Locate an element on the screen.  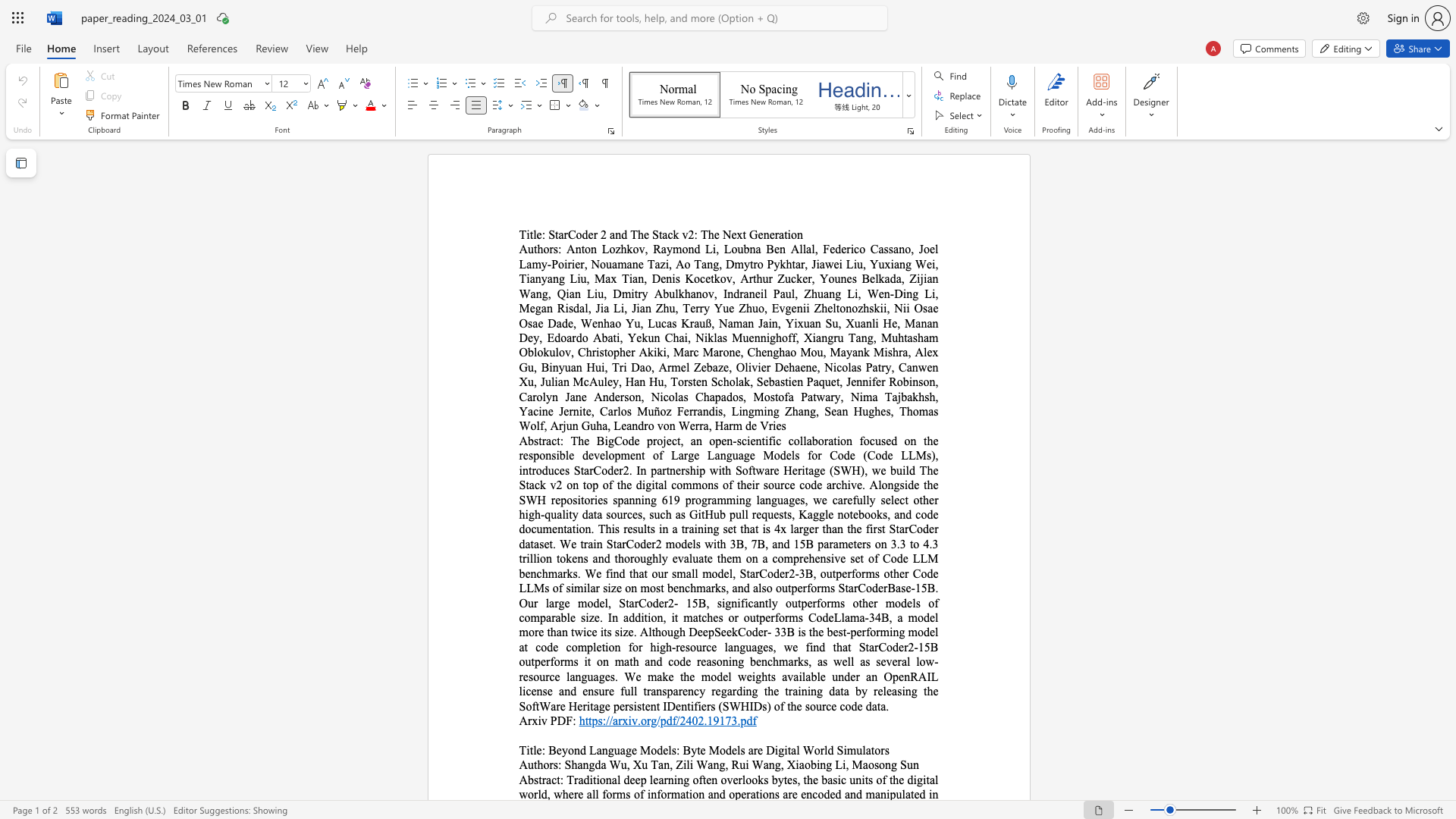
the subset text "rCoder 2 and Th" within the text "StarCoder 2 and The Stack v2: The Next Generation" is located at coordinates (563, 234).